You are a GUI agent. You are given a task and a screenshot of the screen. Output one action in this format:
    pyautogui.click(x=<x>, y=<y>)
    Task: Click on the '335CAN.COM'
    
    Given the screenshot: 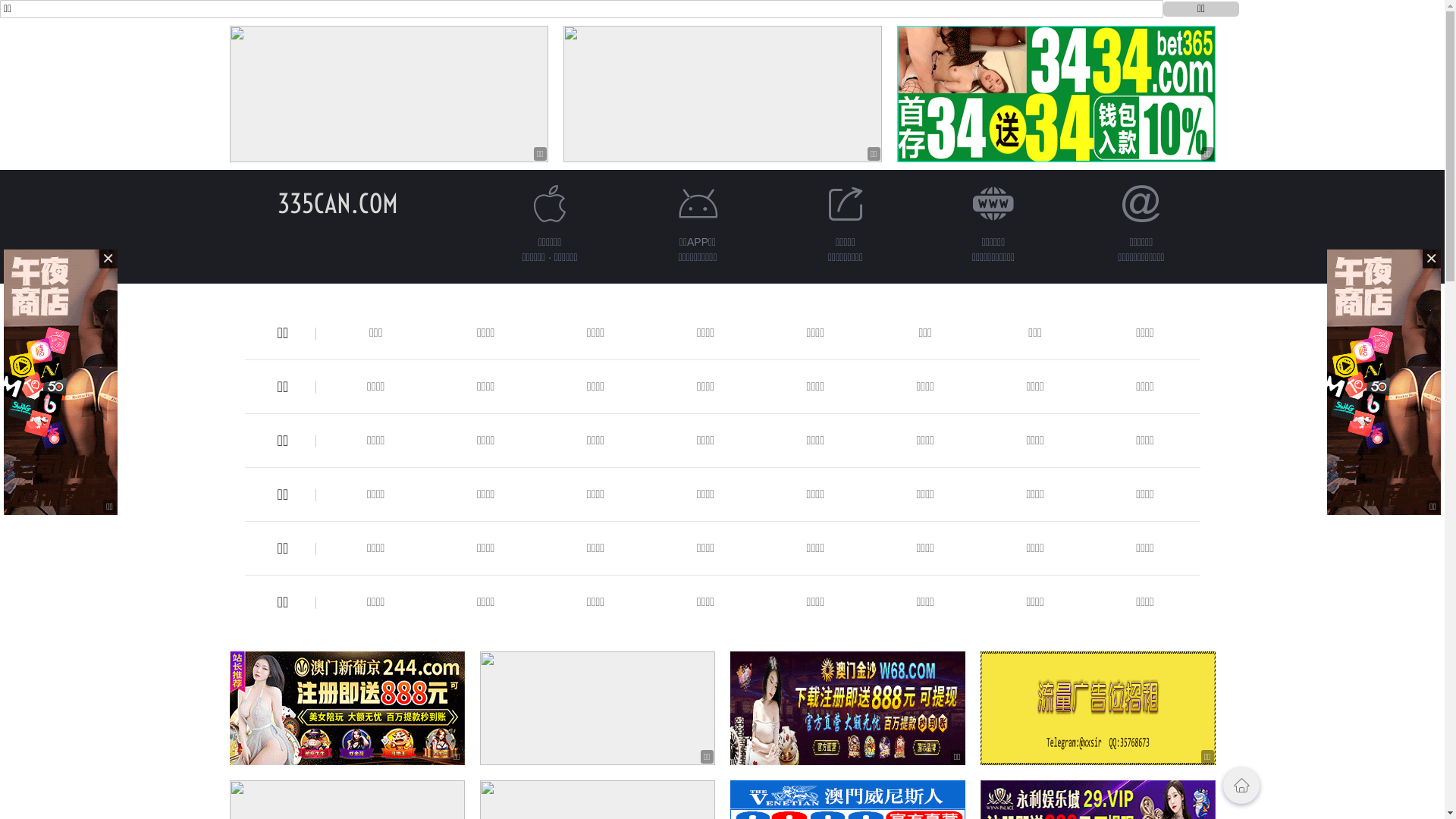 What is the action you would take?
    pyautogui.click(x=277, y=202)
    